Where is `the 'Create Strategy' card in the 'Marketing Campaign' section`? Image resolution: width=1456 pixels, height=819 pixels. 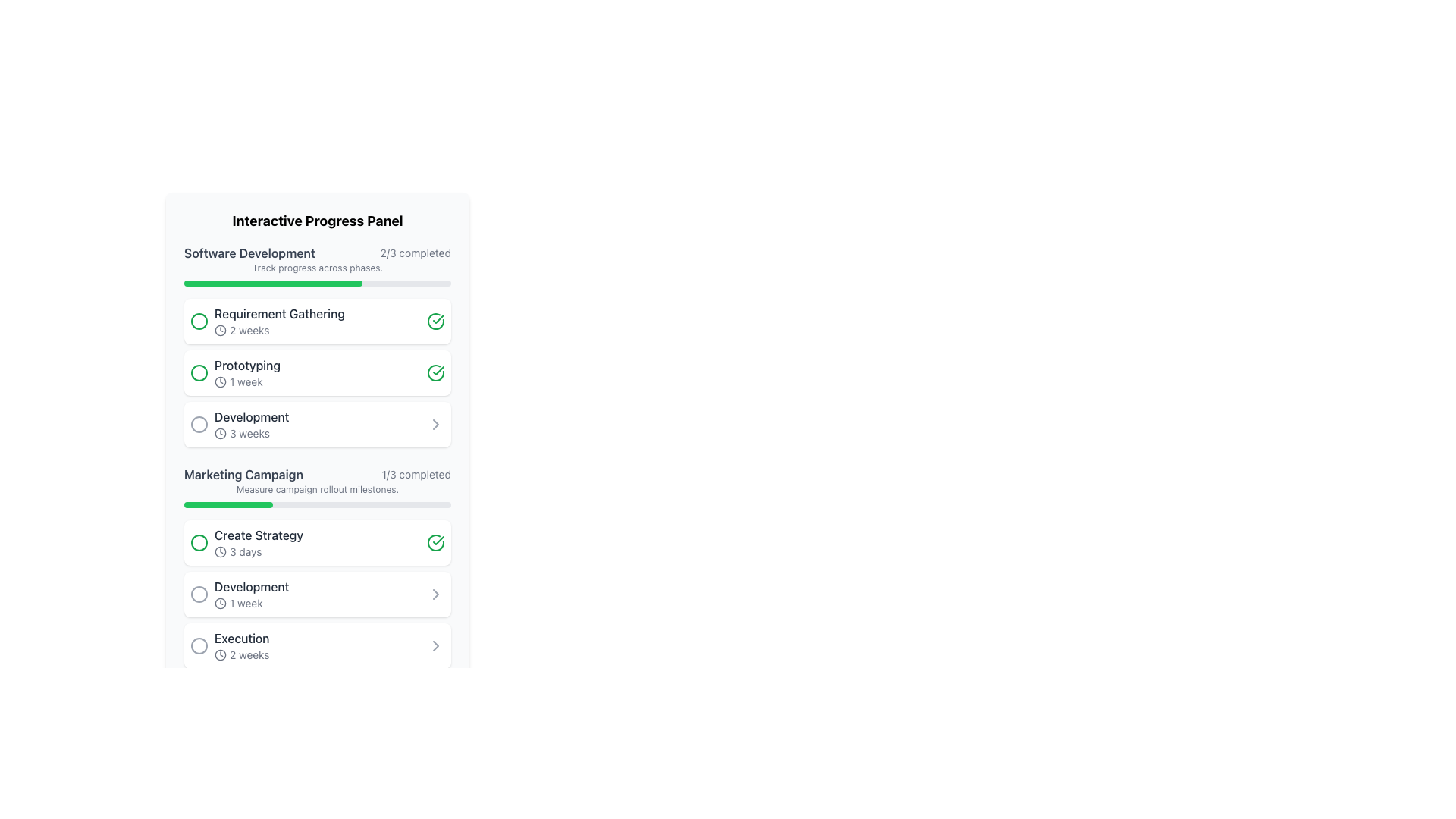 the 'Create Strategy' card in the 'Marketing Campaign' section is located at coordinates (316, 542).